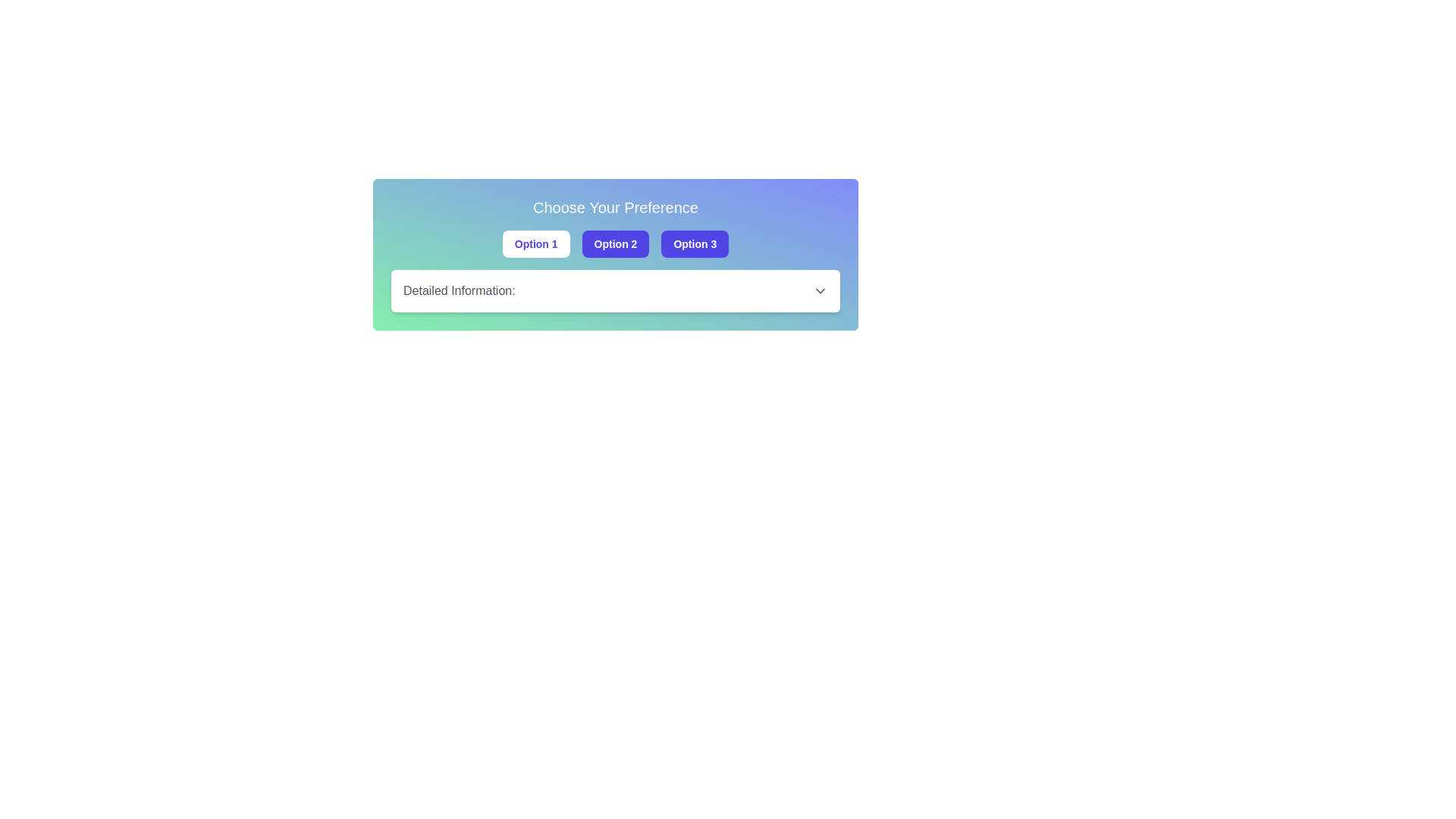 The image size is (1456, 819). Describe the element at coordinates (535, 243) in the screenshot. I see `the first interactive button labeled 'Option 1'` at that location.